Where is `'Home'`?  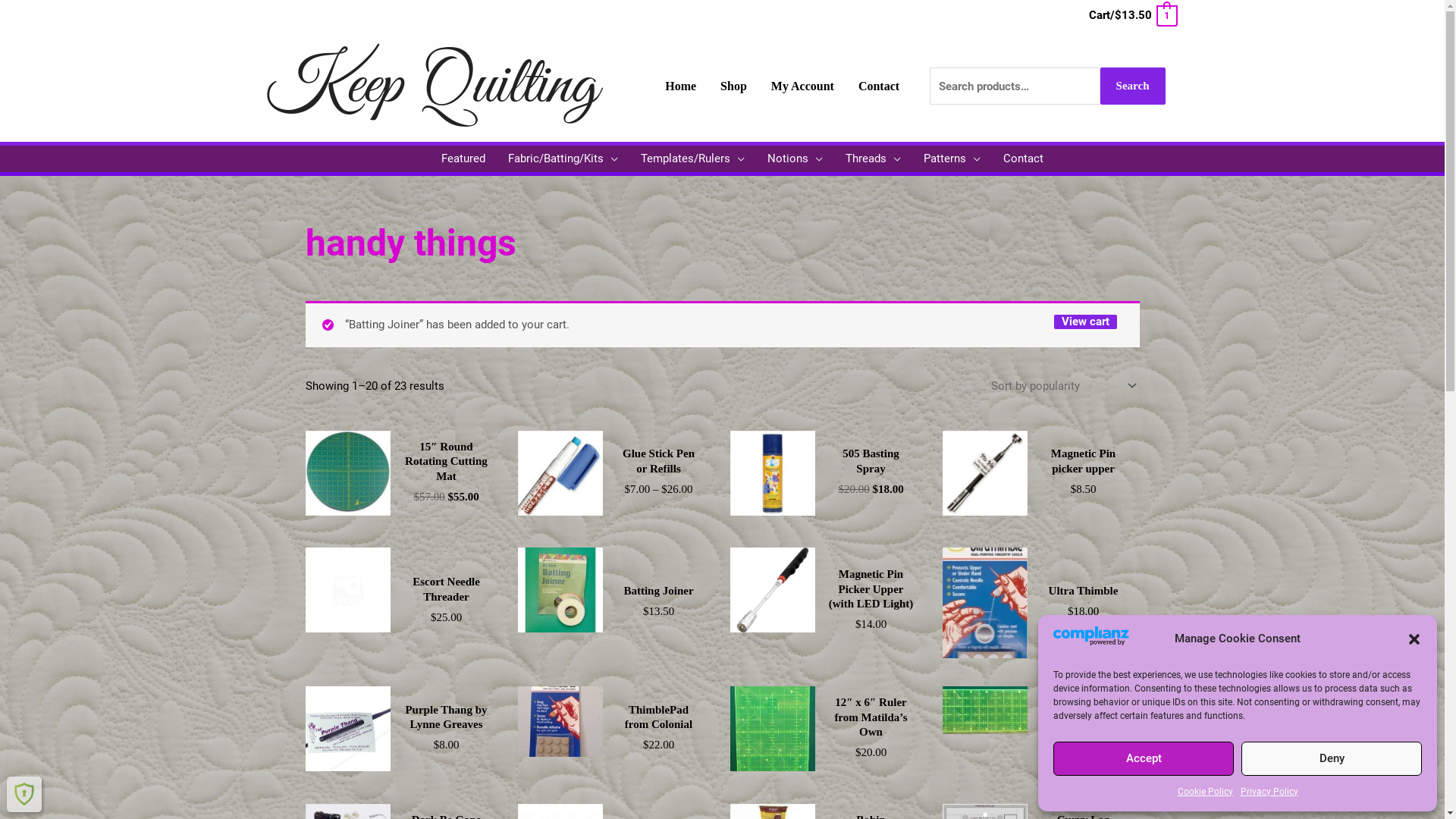
'Home' is located at coordinates (652, 86).